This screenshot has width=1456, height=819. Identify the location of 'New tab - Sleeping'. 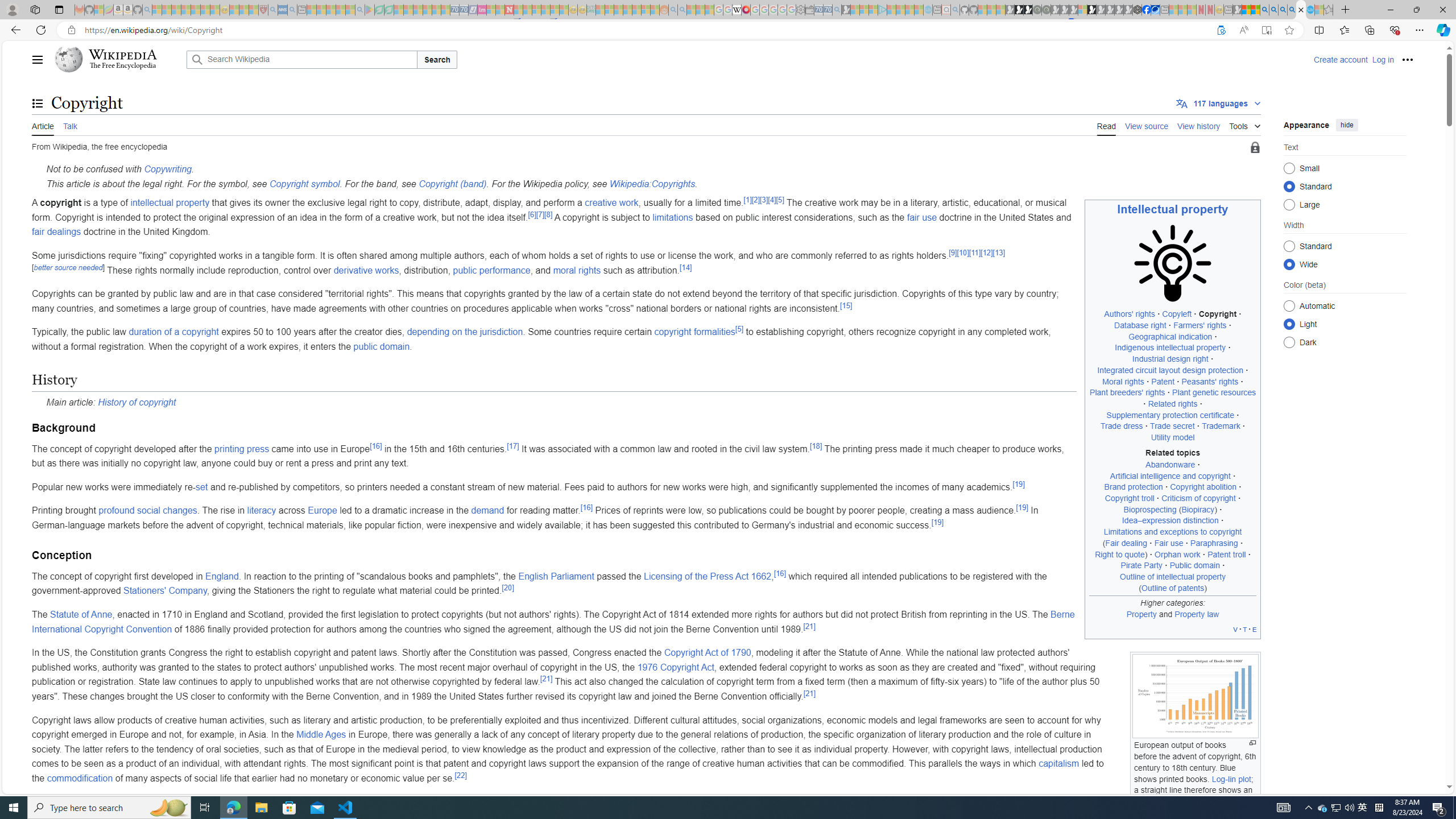
(1228, 9).